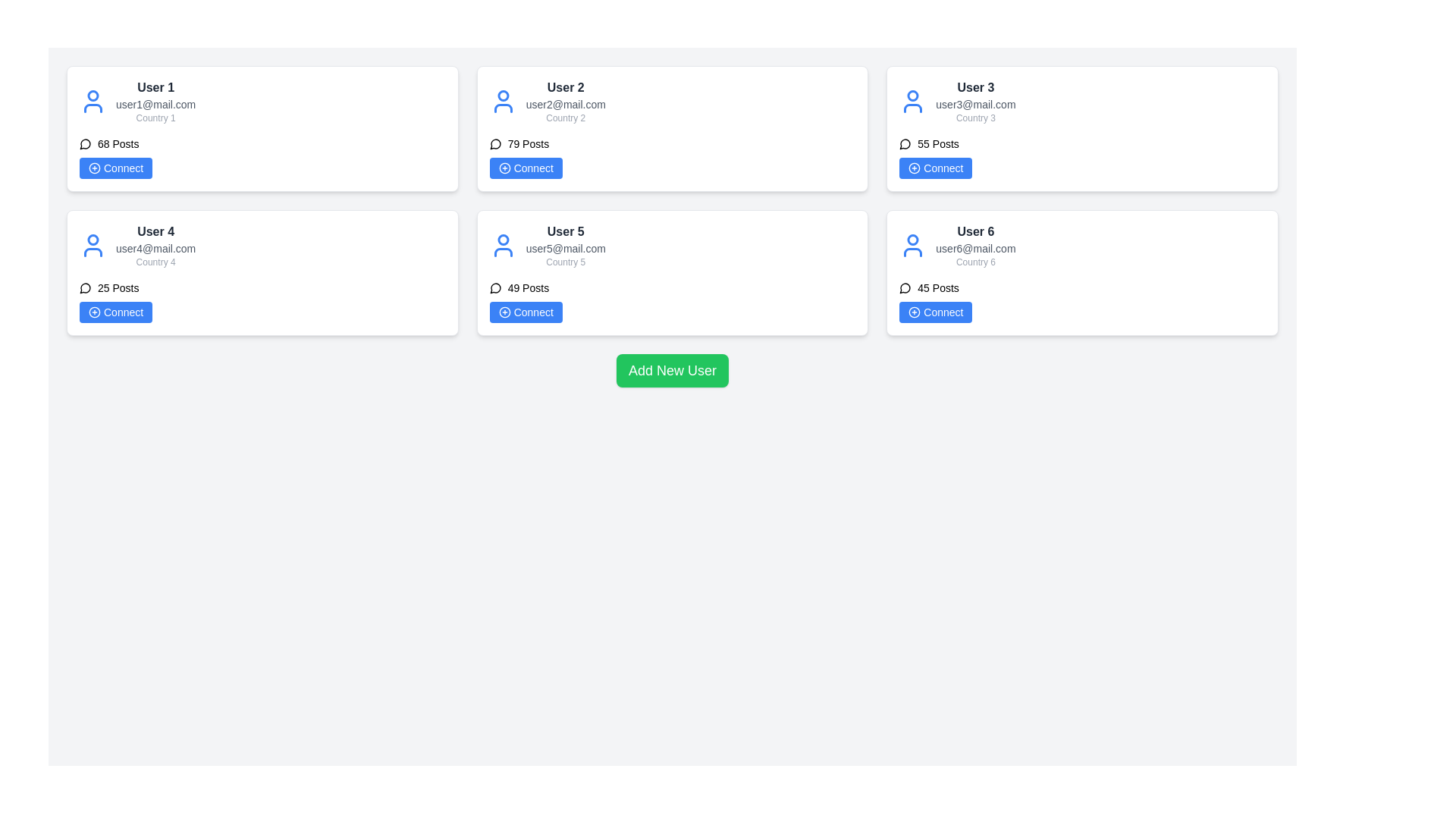  I want to click on displayed information from the Text display element that shows 'User 5', 'user5@mail.com', and 'Country 5', located in the fifth card of a 2x3 grid layout, so click(565, 245).